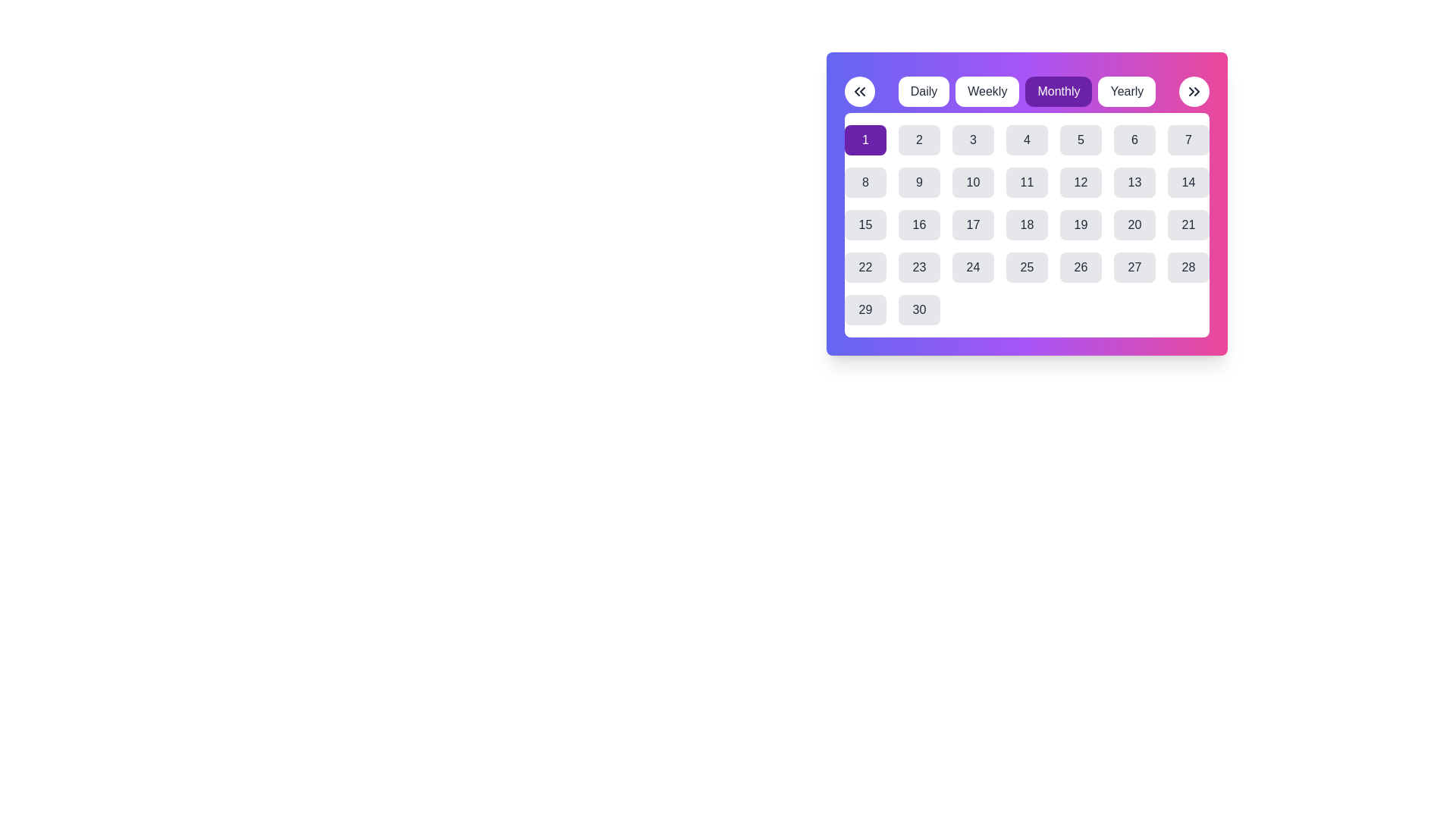  I want to click on the interactive day selector button for the 20th day of the month located in the third row, sixth column of the calendar interface, so click(1134, 225).